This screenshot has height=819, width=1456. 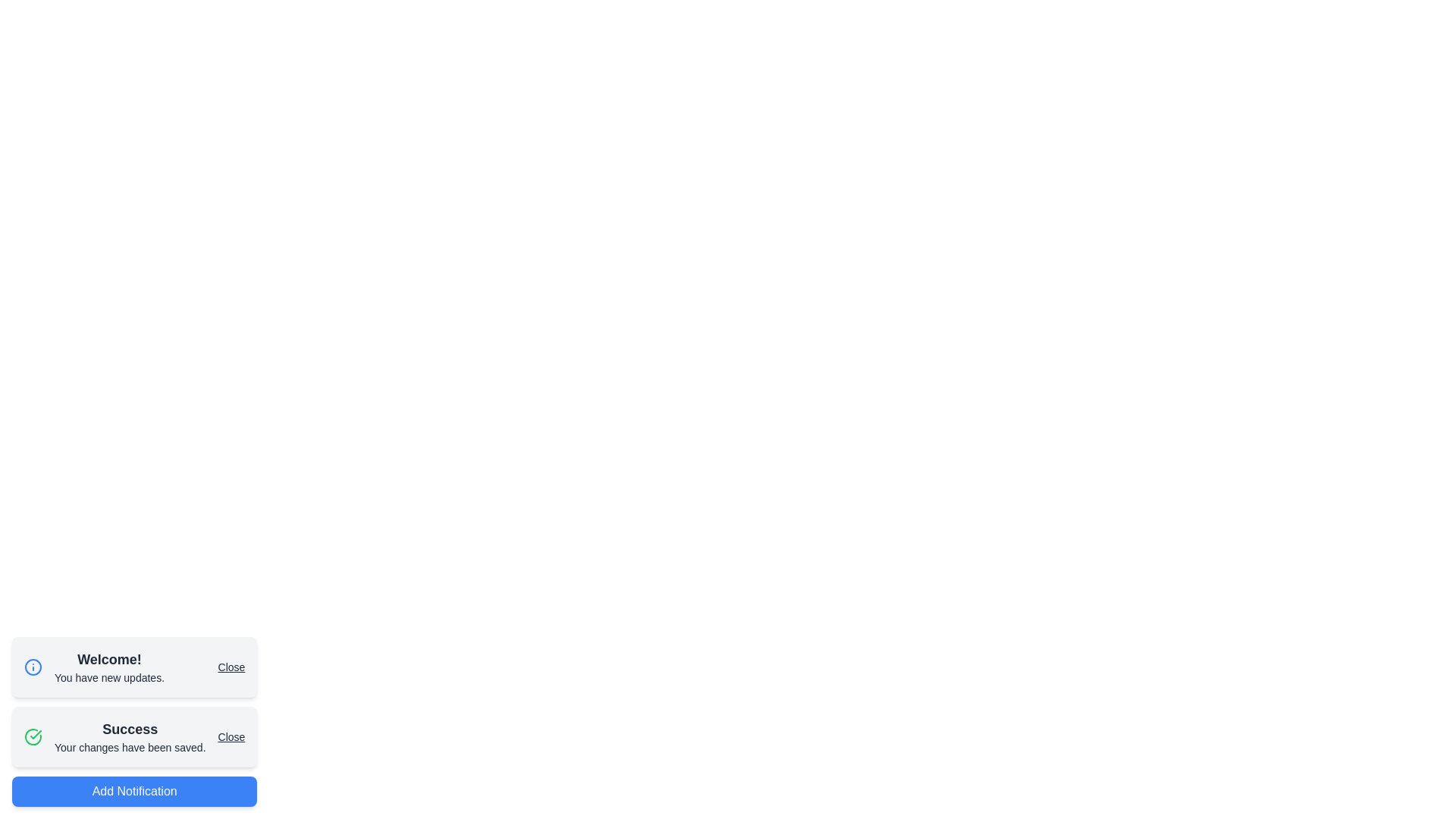 I want to click on the confirmation message displayed in the text block located in the second notification card below the 'Welcome!' card, so click(x=130, y=736).